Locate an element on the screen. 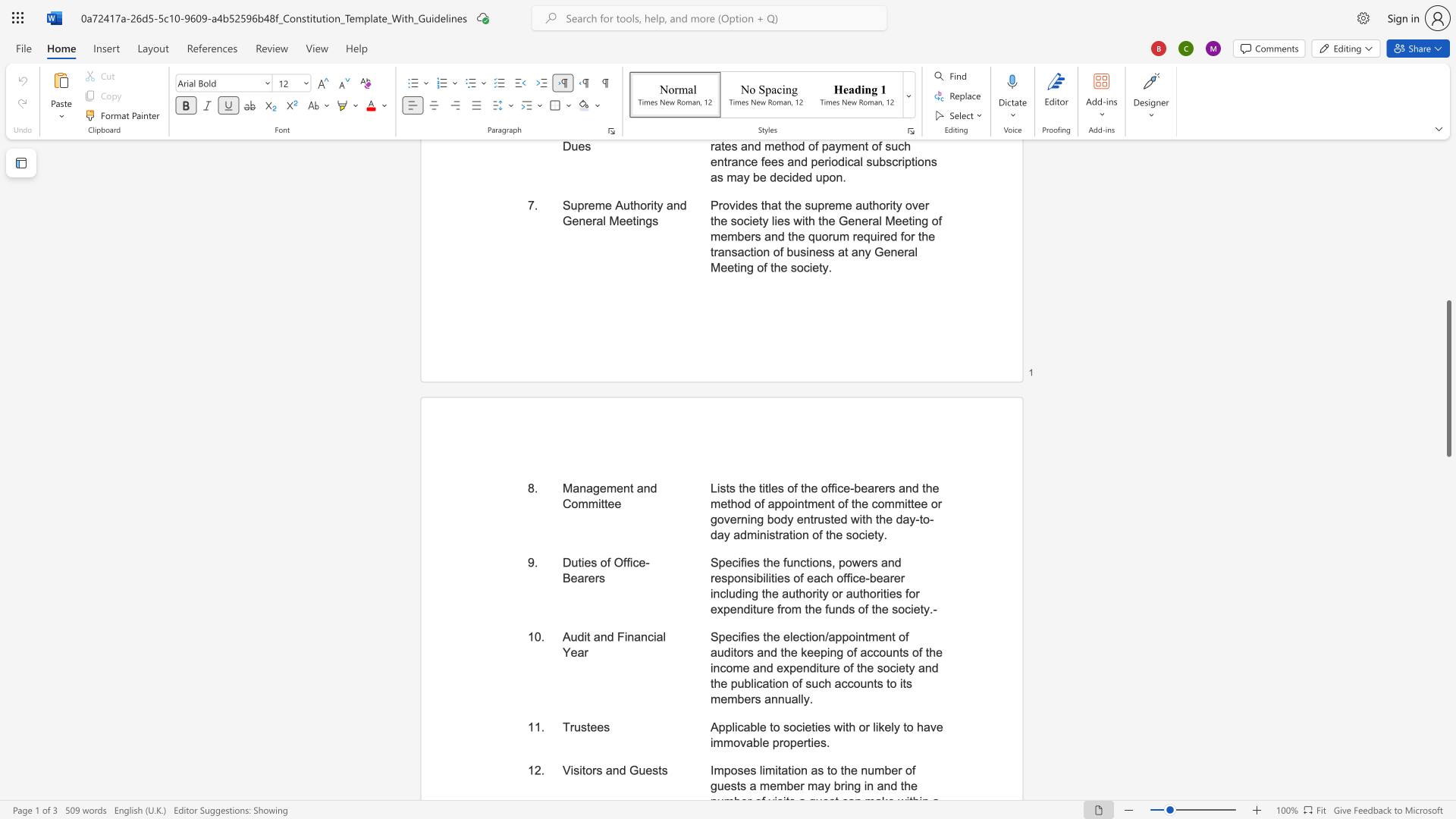  the scrollbar to move the page up is located at coordinates (1448, 242).